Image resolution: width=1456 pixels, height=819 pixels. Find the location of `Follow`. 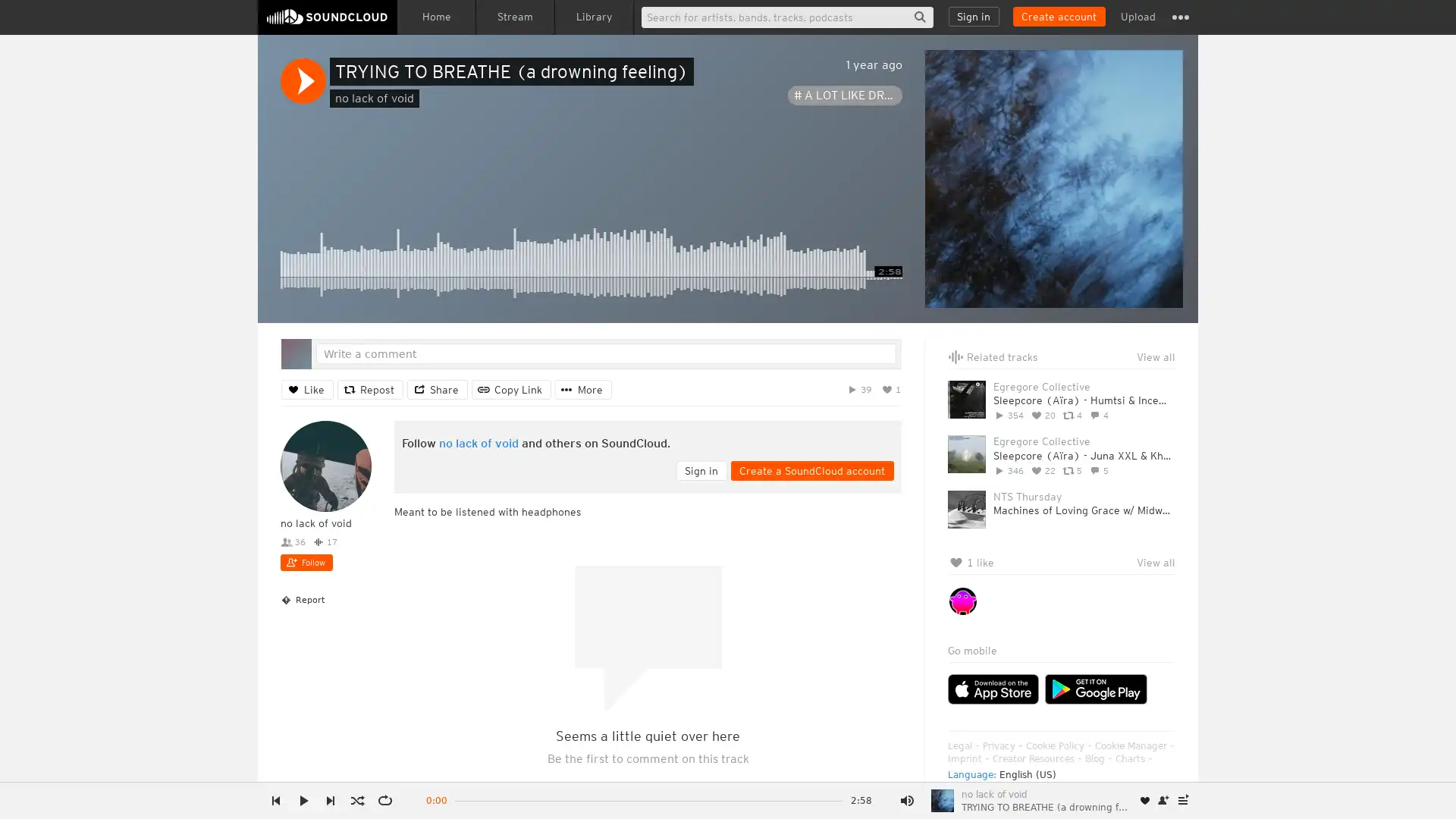

Follow is located at coordinates (306, 562).